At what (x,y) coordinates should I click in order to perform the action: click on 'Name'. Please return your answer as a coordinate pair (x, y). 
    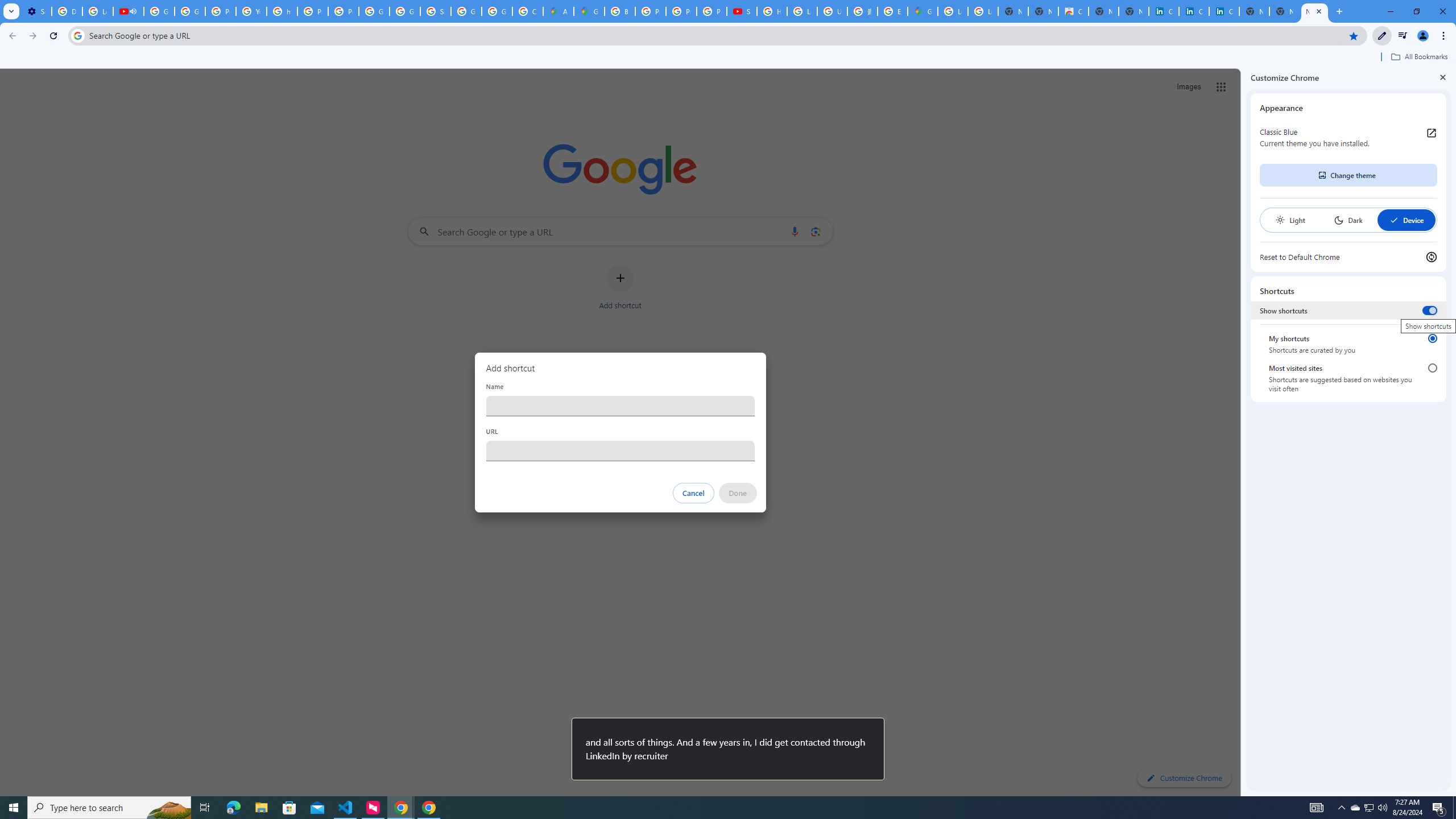
    Looking at the image, I should click on (619, 405).